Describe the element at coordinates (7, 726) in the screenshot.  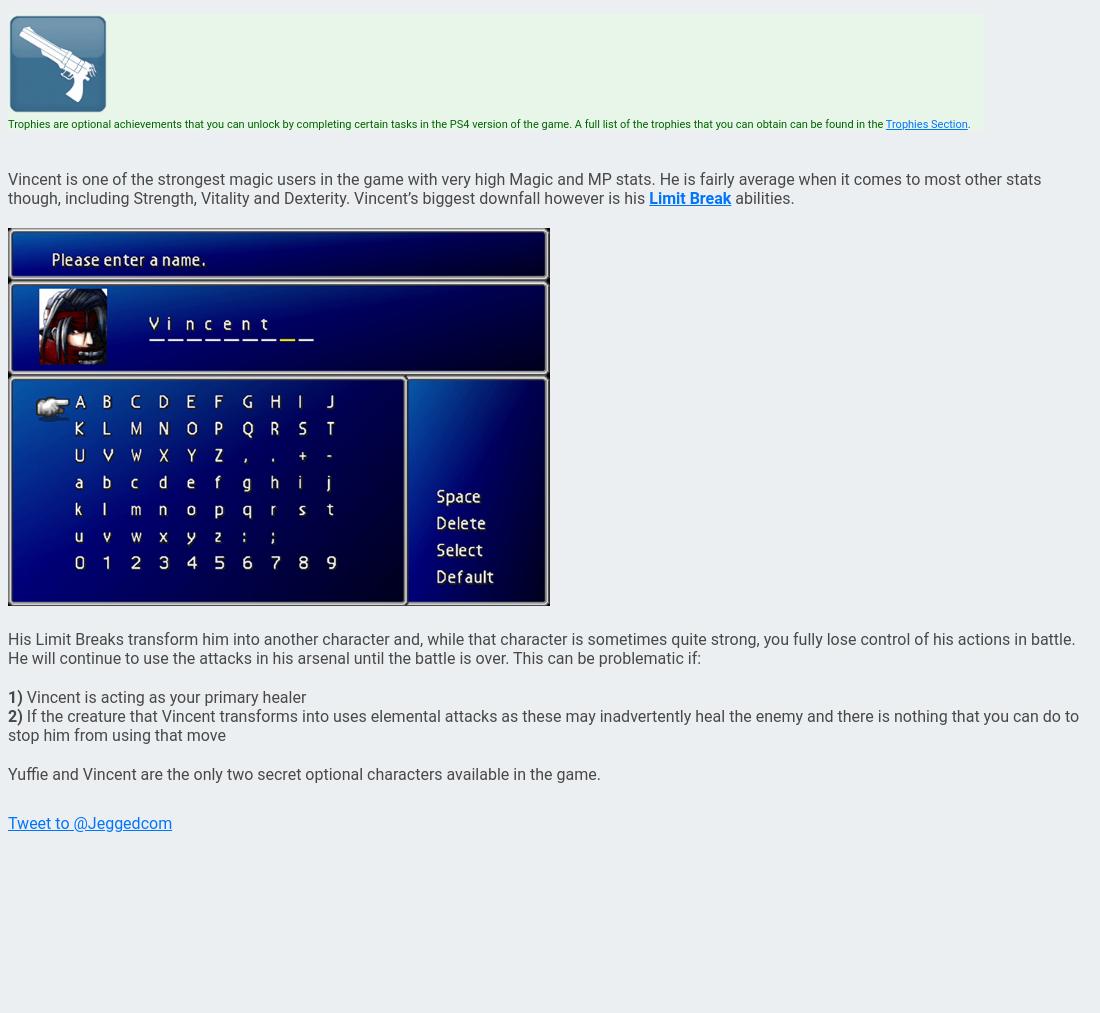
I see `'If the creature that Vincent transforms into uses elemental attacks as these may inadvertently heal the enemy and there is nothing that you can do to stop him from using that move'` at that location.